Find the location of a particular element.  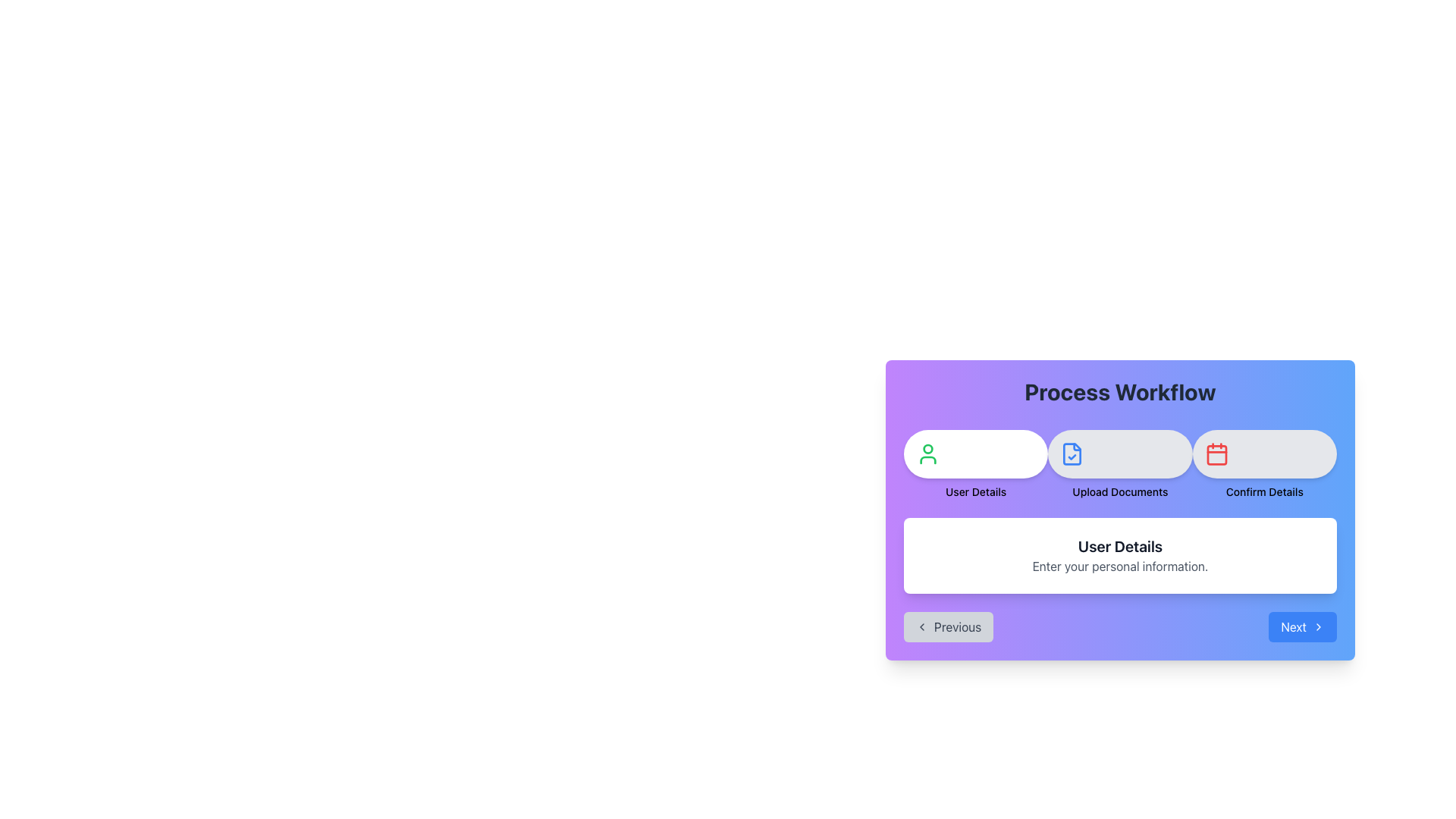

the 'Previous' button located in the bottom-left corner of the 'Process Workflow' card is located at coordinates (948, 626).